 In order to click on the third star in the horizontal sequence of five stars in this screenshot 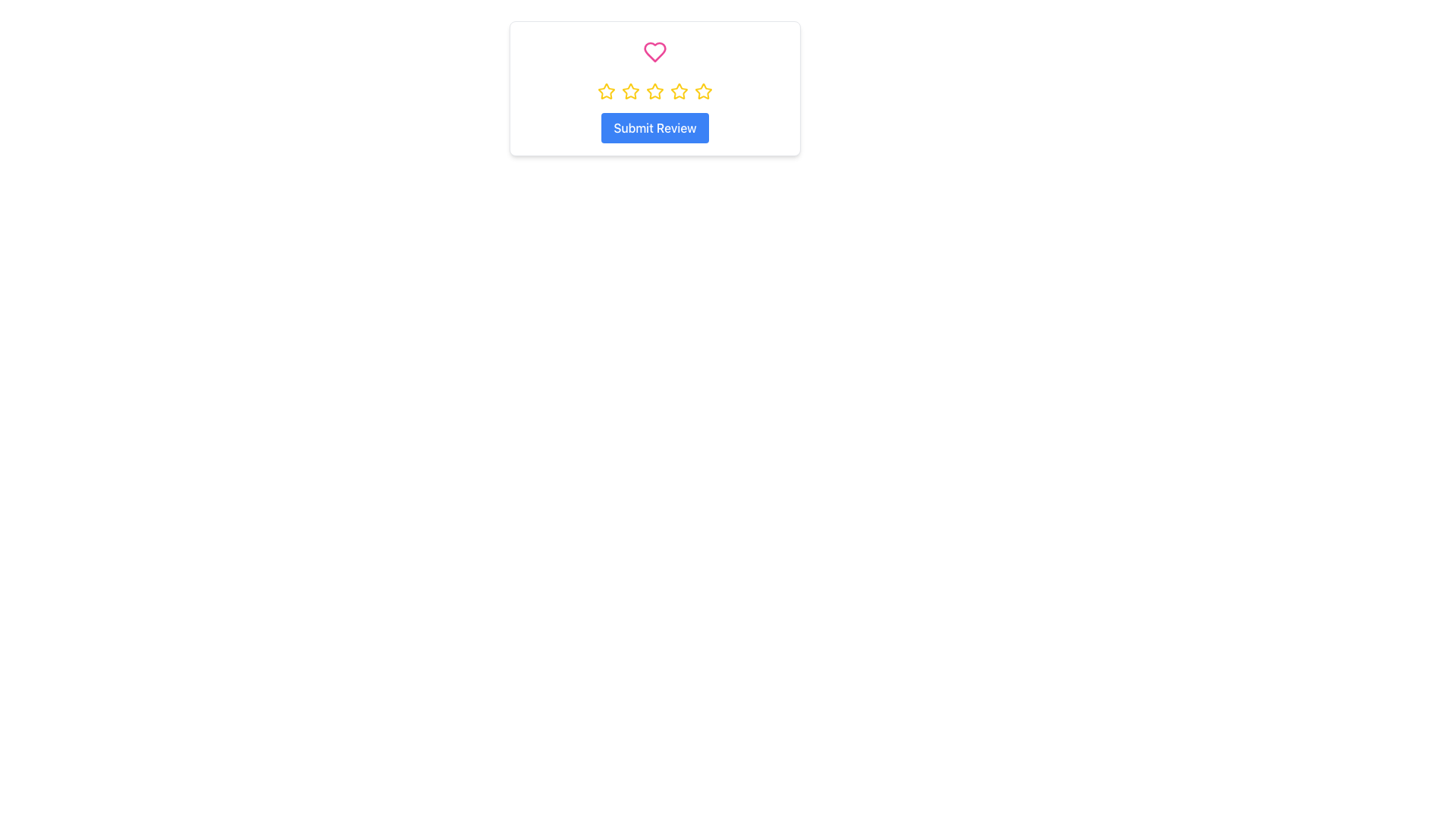, I will do `click(655, 91)`.